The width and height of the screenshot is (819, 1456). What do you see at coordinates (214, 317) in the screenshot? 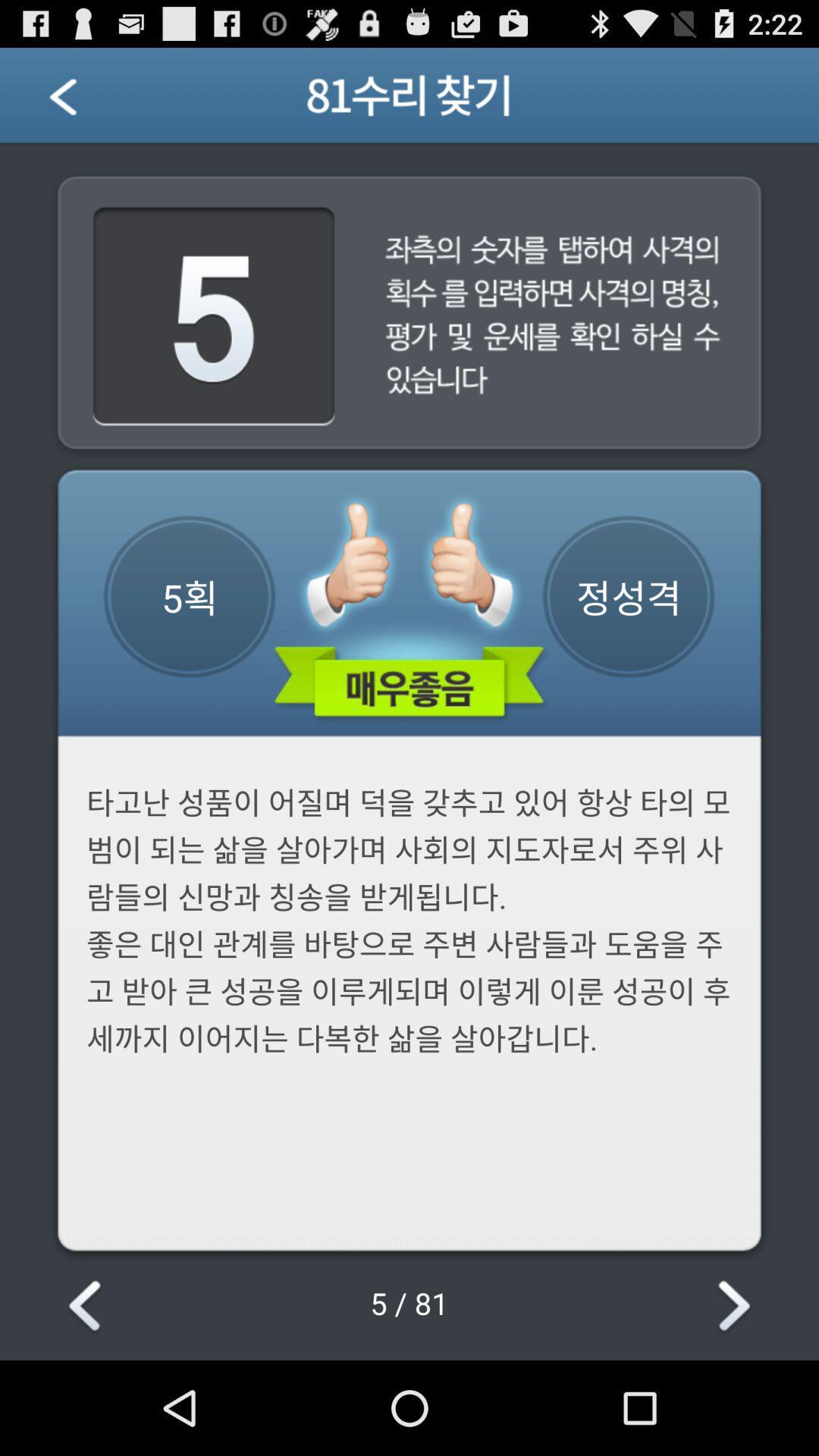
I see `the text with 5` at bounding box center [214, 317].